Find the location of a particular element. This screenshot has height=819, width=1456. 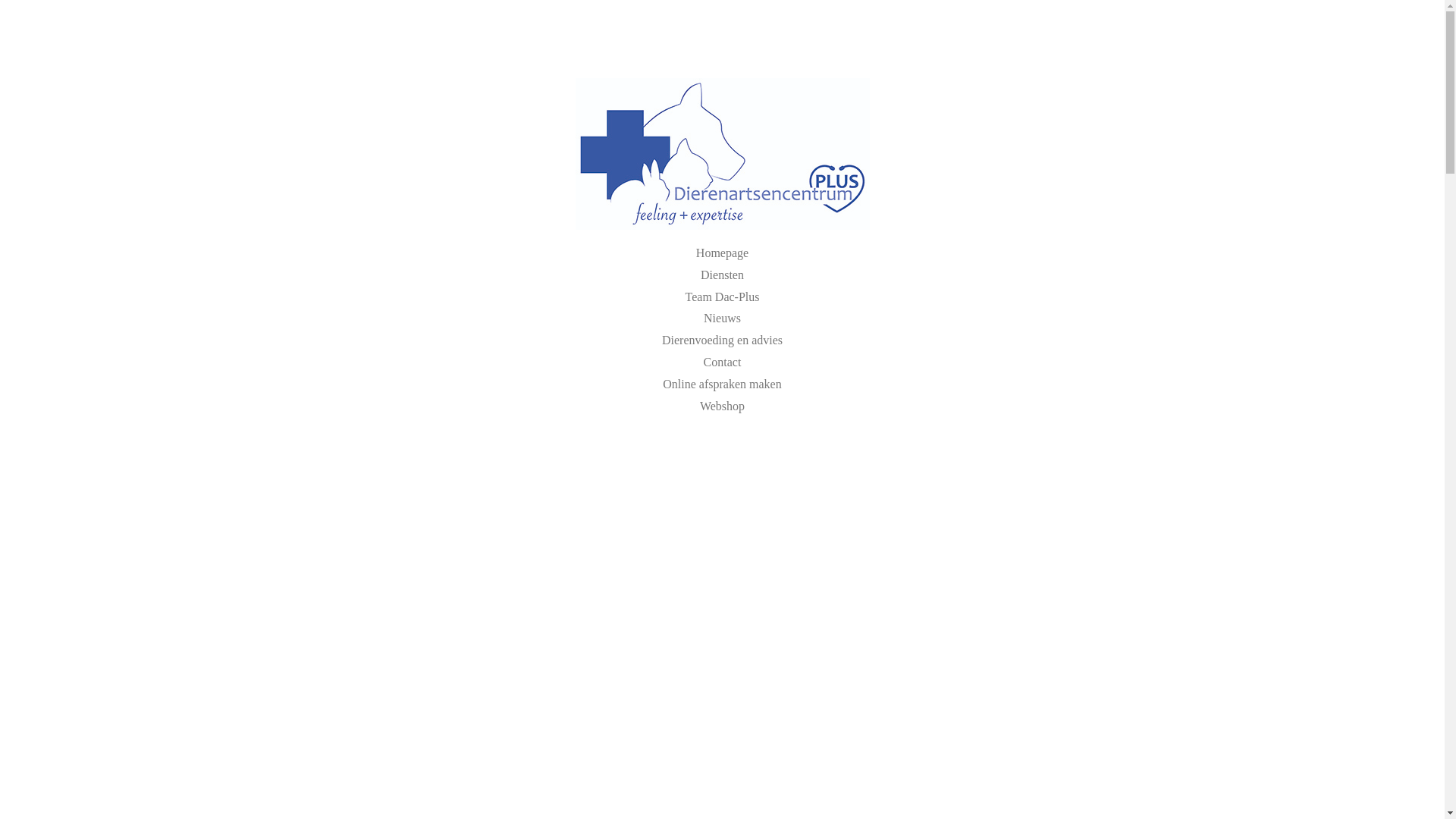

'Webshop' is located at coordinates (721, 405).